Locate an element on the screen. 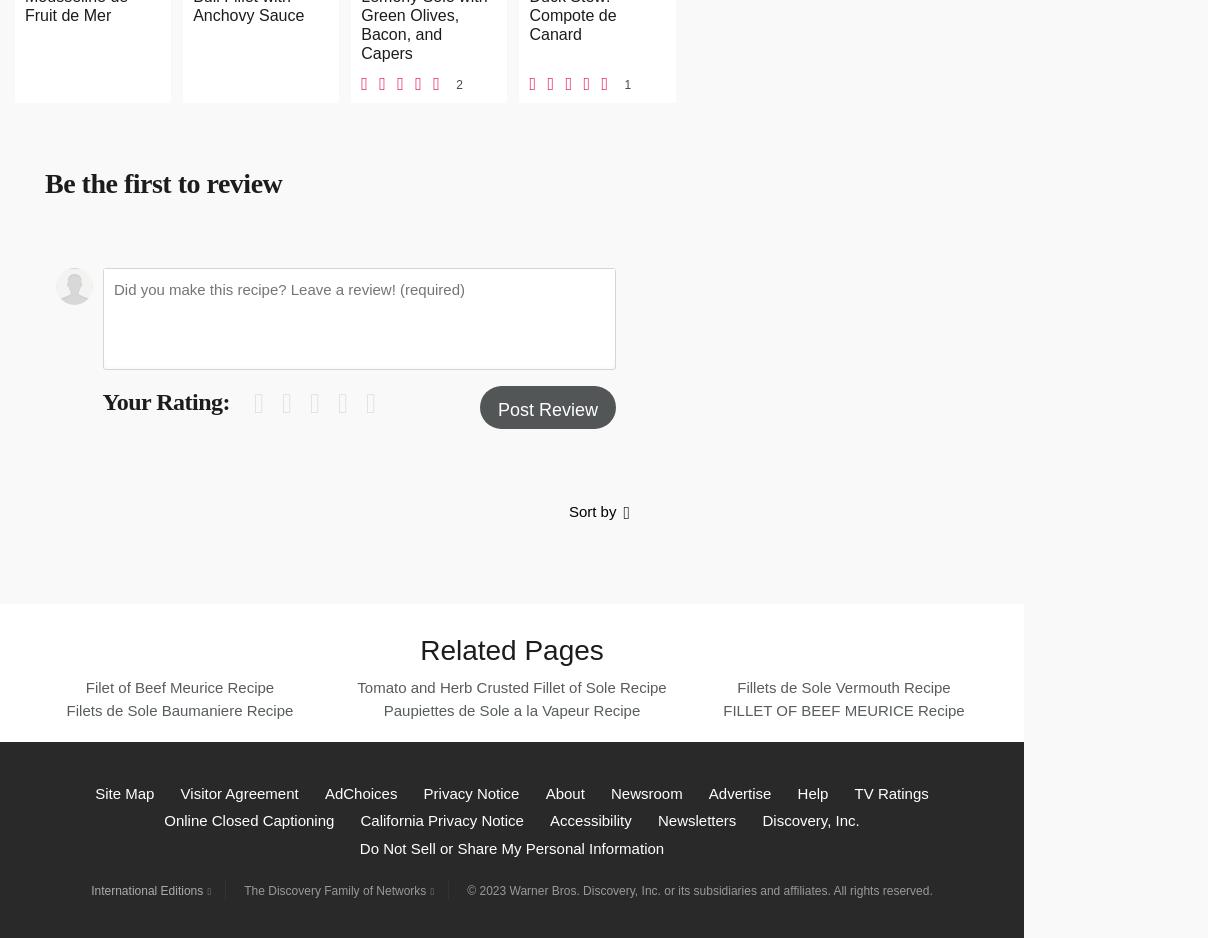 The image size is (1208, 938). 'Newsroom' is located at coordinates (645, 792).